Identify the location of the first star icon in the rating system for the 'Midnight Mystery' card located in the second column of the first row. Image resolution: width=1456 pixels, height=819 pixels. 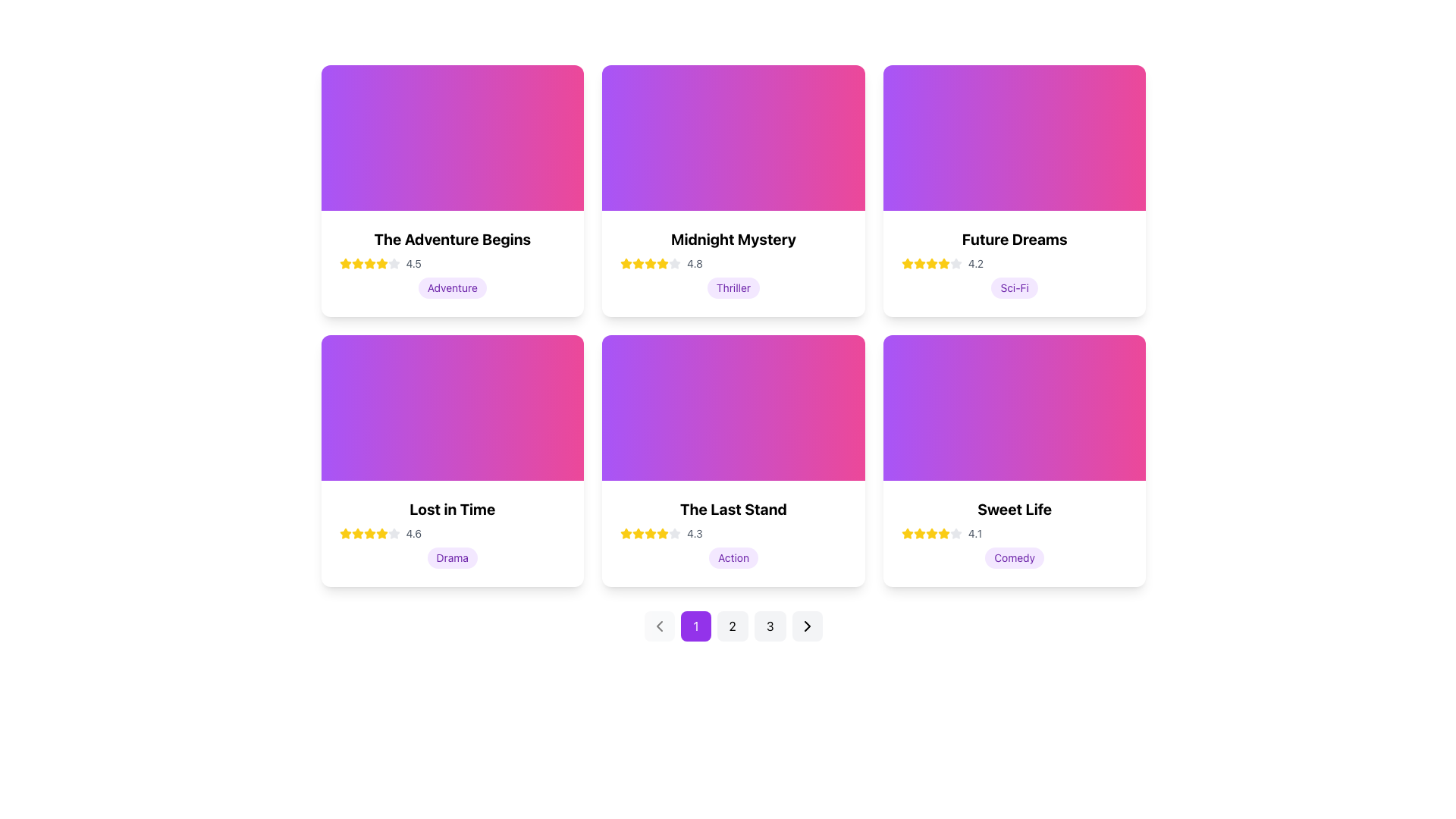
(626, 262).